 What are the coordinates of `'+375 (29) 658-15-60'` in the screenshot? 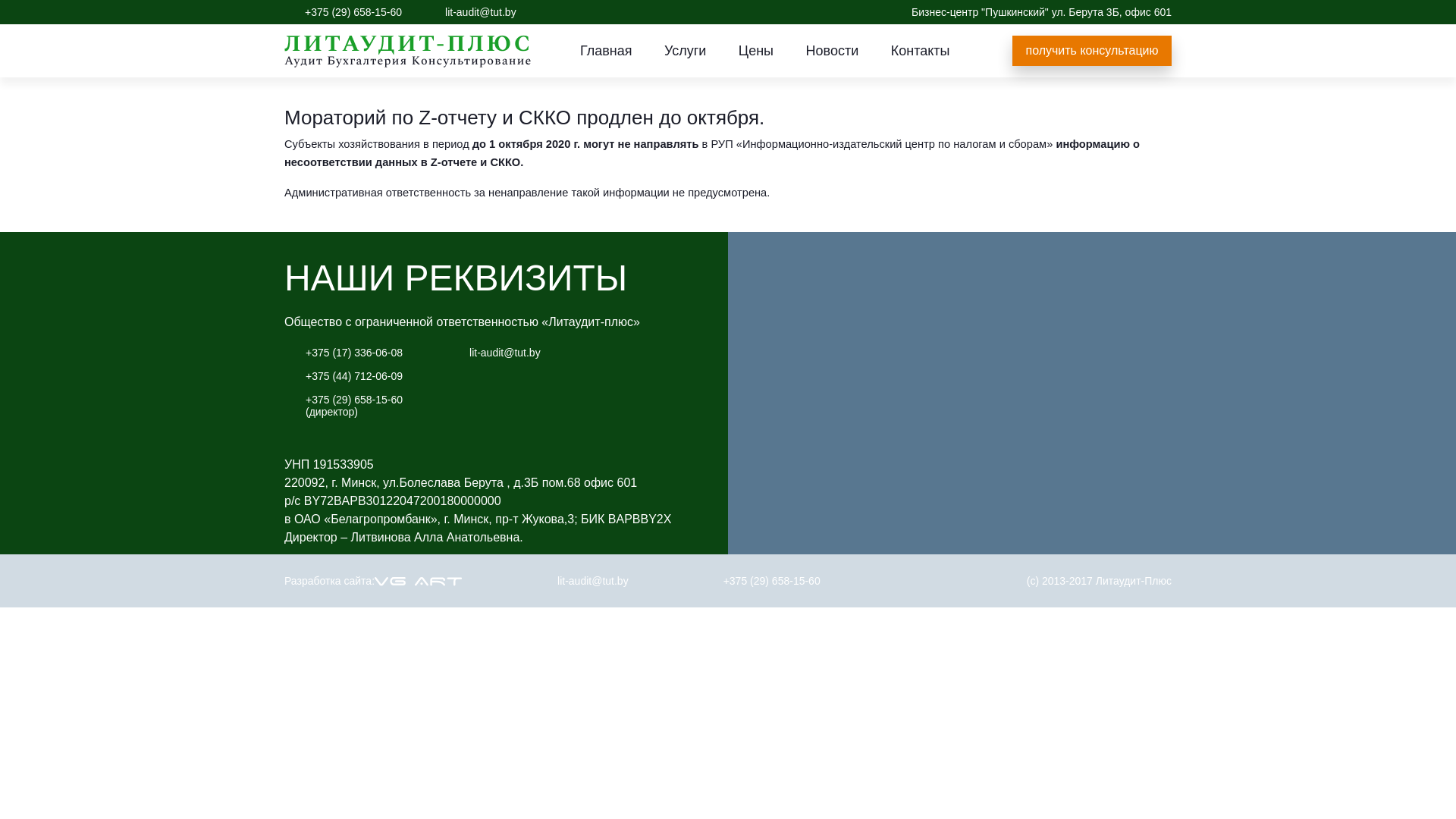 It's located at (771, 580).